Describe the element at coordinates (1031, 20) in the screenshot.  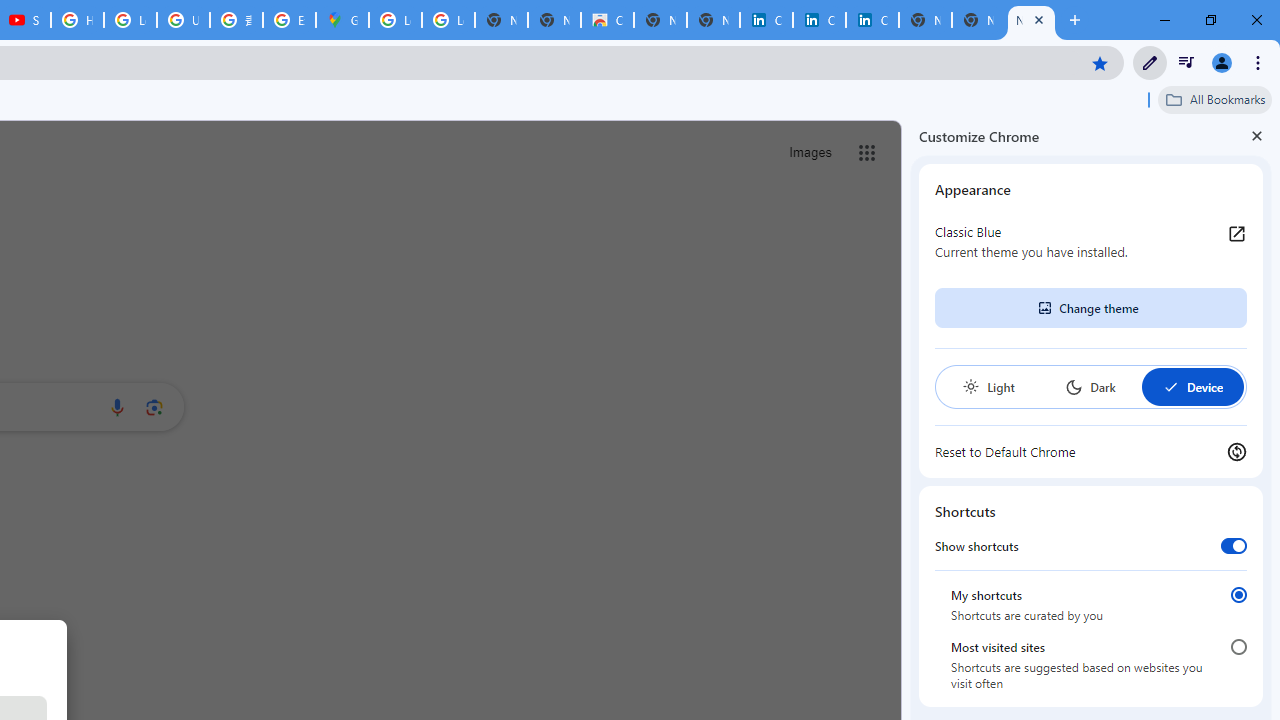
I see `'New Tab'` at that location.